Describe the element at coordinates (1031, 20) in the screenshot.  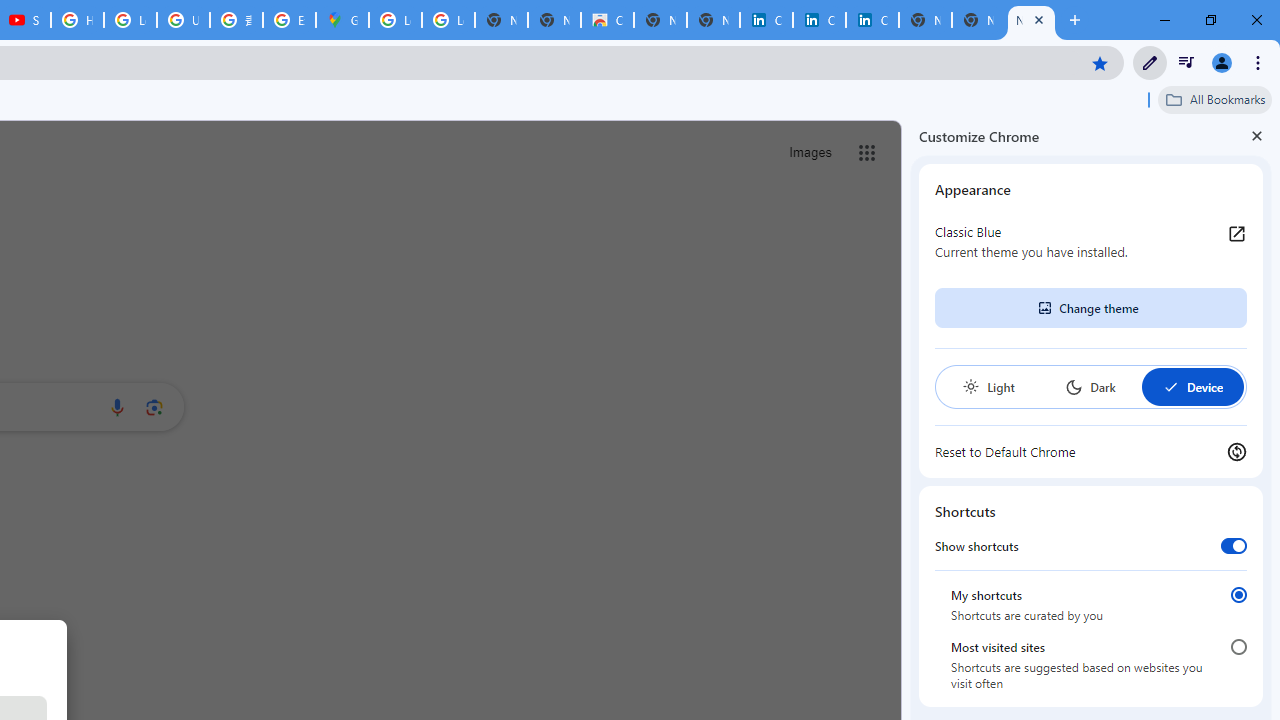
I see `'New Tab'` at that location.